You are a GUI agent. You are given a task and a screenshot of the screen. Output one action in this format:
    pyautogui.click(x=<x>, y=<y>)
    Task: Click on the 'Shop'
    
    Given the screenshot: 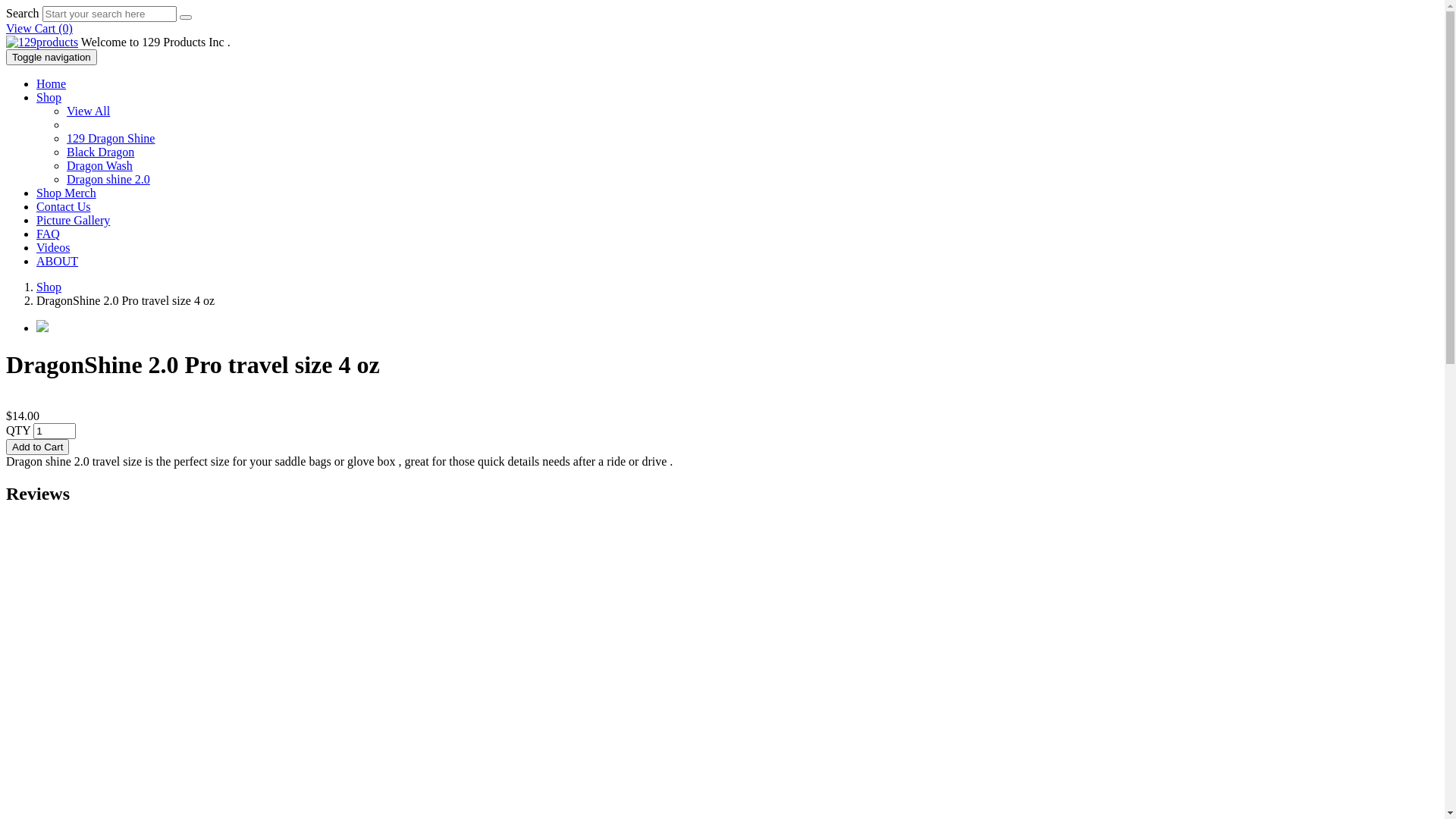 What is the action you would take?
    pyautogui.click(x=49, y=97)
    